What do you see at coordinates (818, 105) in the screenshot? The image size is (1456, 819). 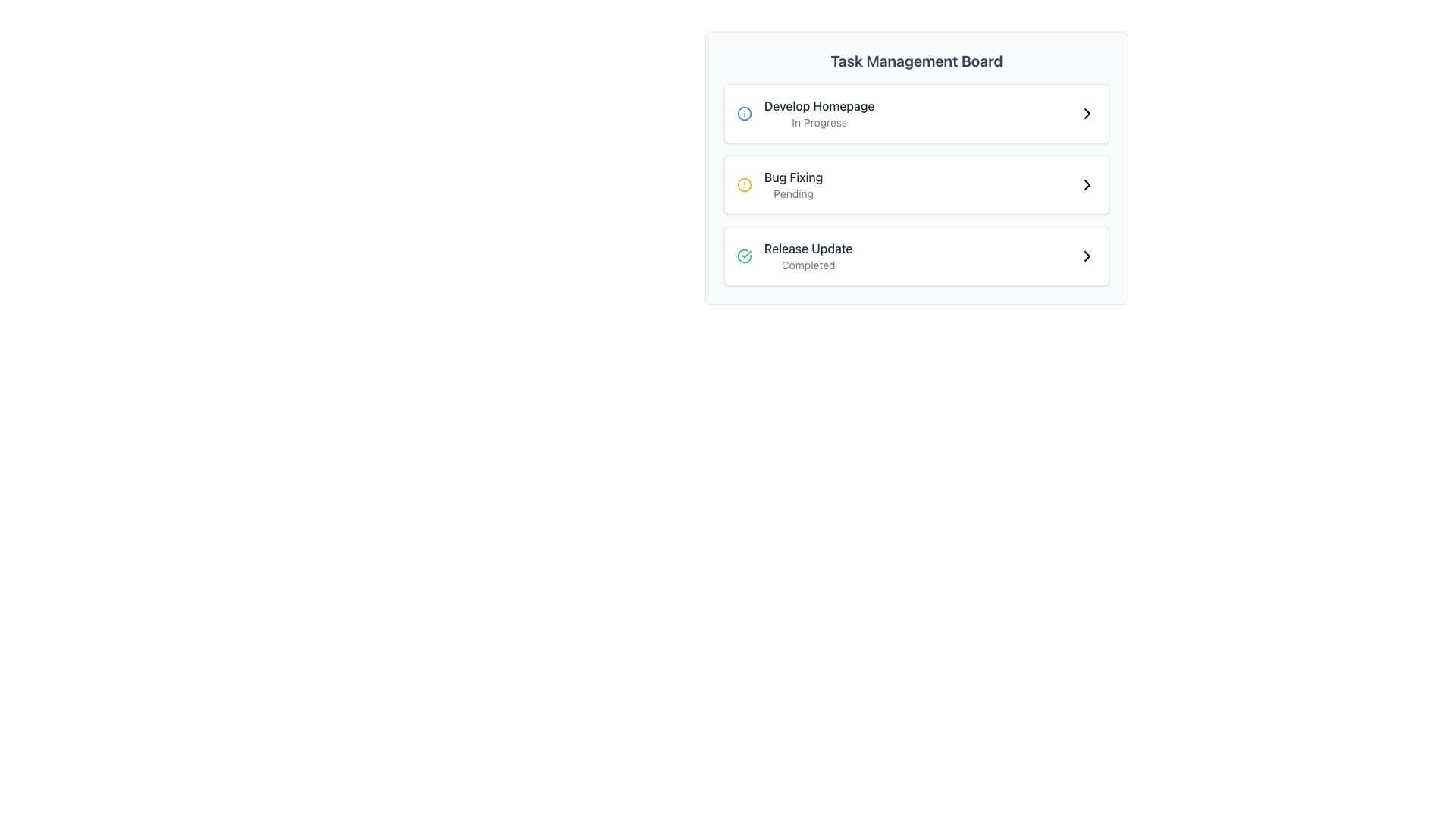 I see `the 'Develop Homepage' label located in the first card of the task management board interface, which is styled with a medium-weight font and dark gray color, positioned above the text 'In Progress'` at bounding box center [818, 105].